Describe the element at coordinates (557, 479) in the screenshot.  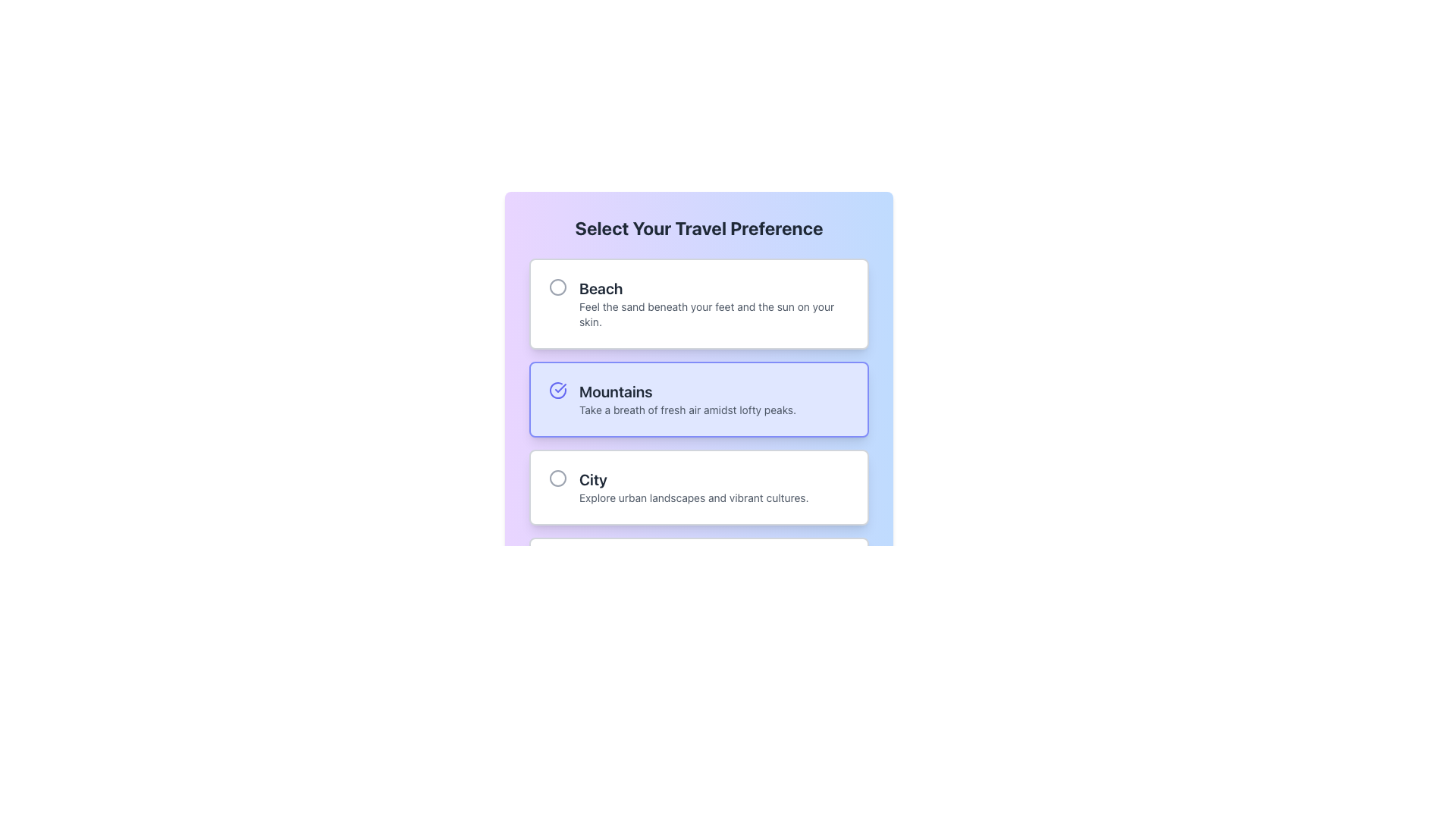
I see `the Circle SVG graphical element associated with the 'City' option, which is the third option in the vertical arrangement` at that location.